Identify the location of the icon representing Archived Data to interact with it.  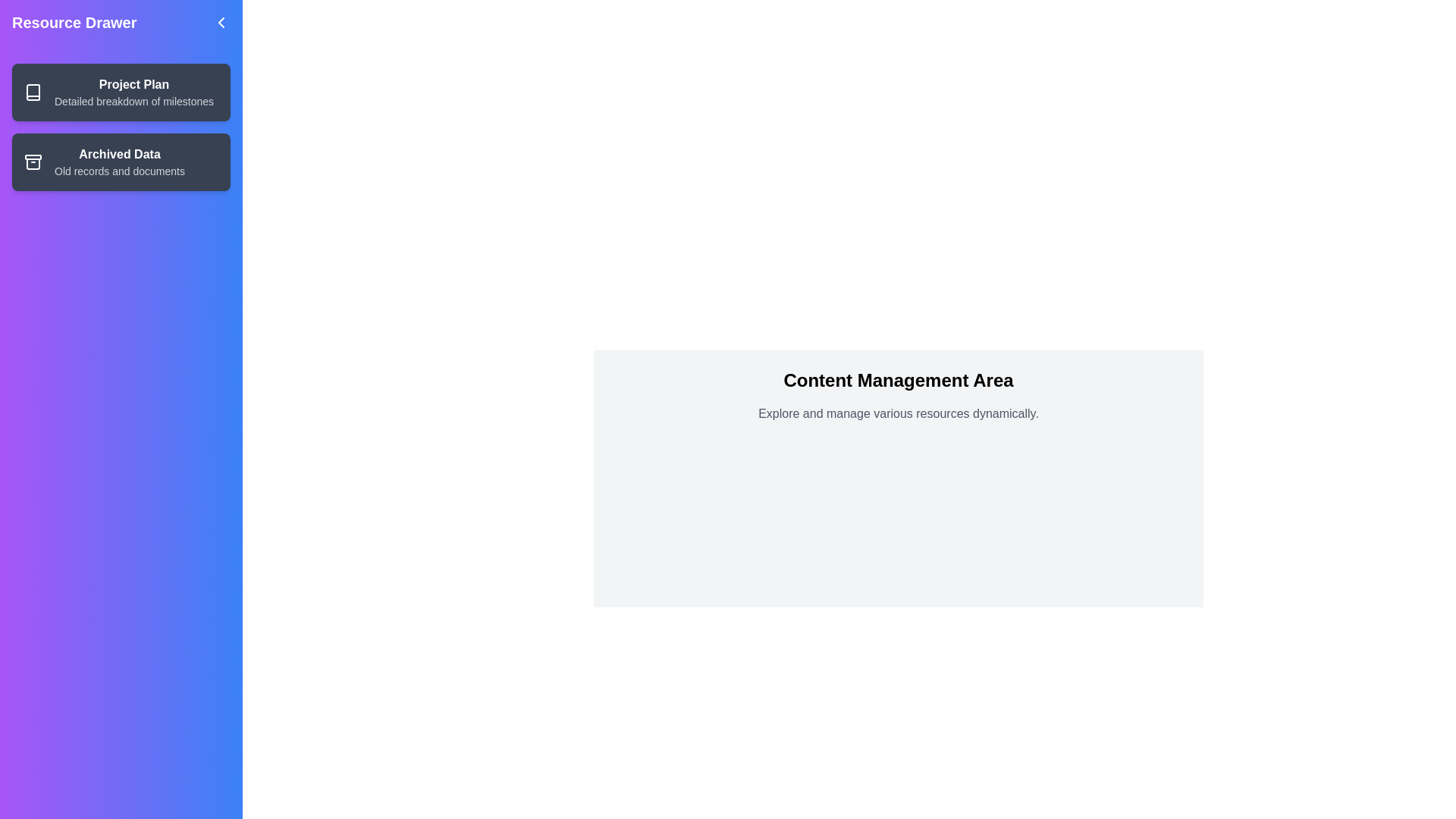
(33, 162).